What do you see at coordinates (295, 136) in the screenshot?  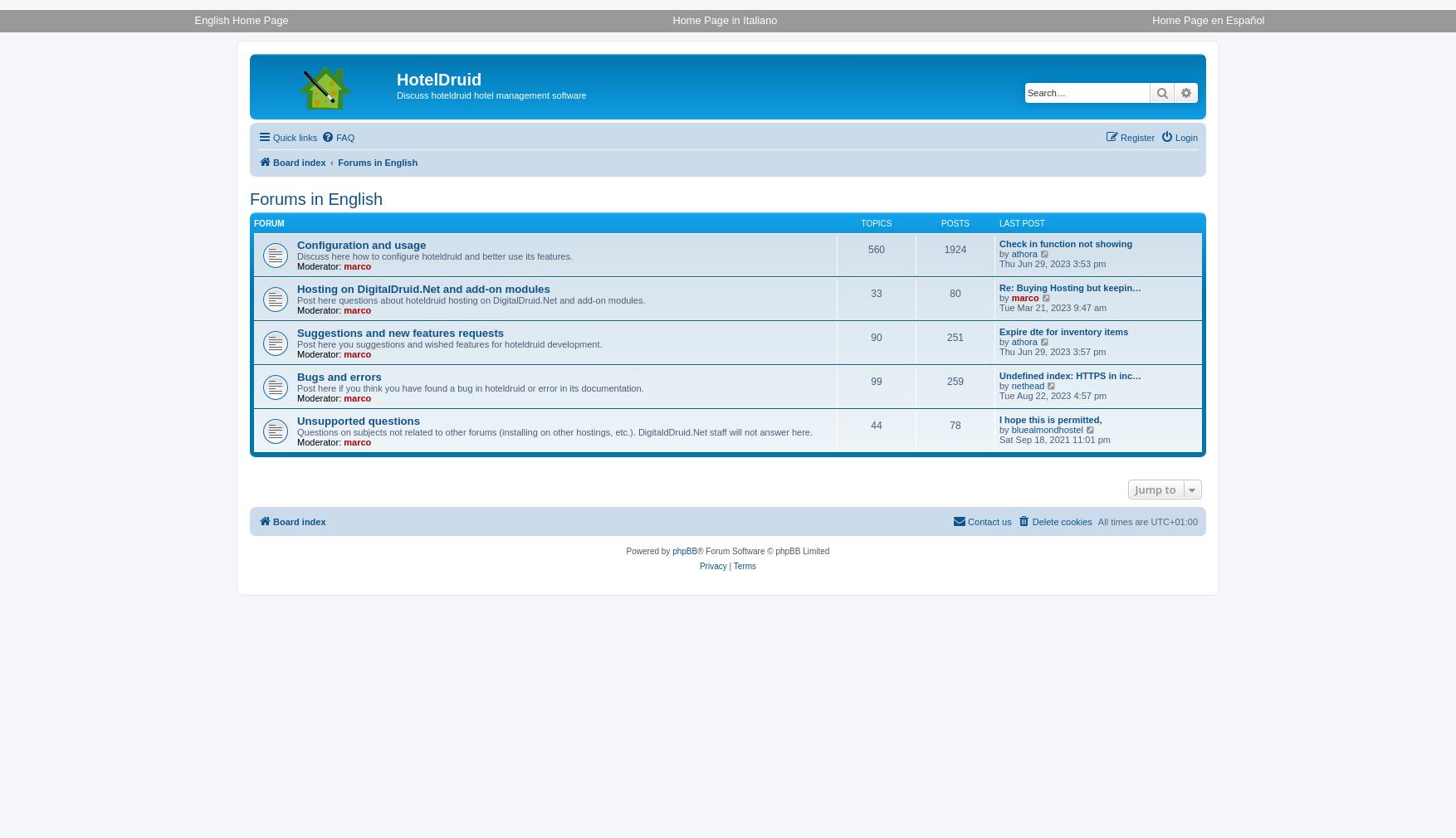 I see `'Quick links'` at bounding box center [295, 136].